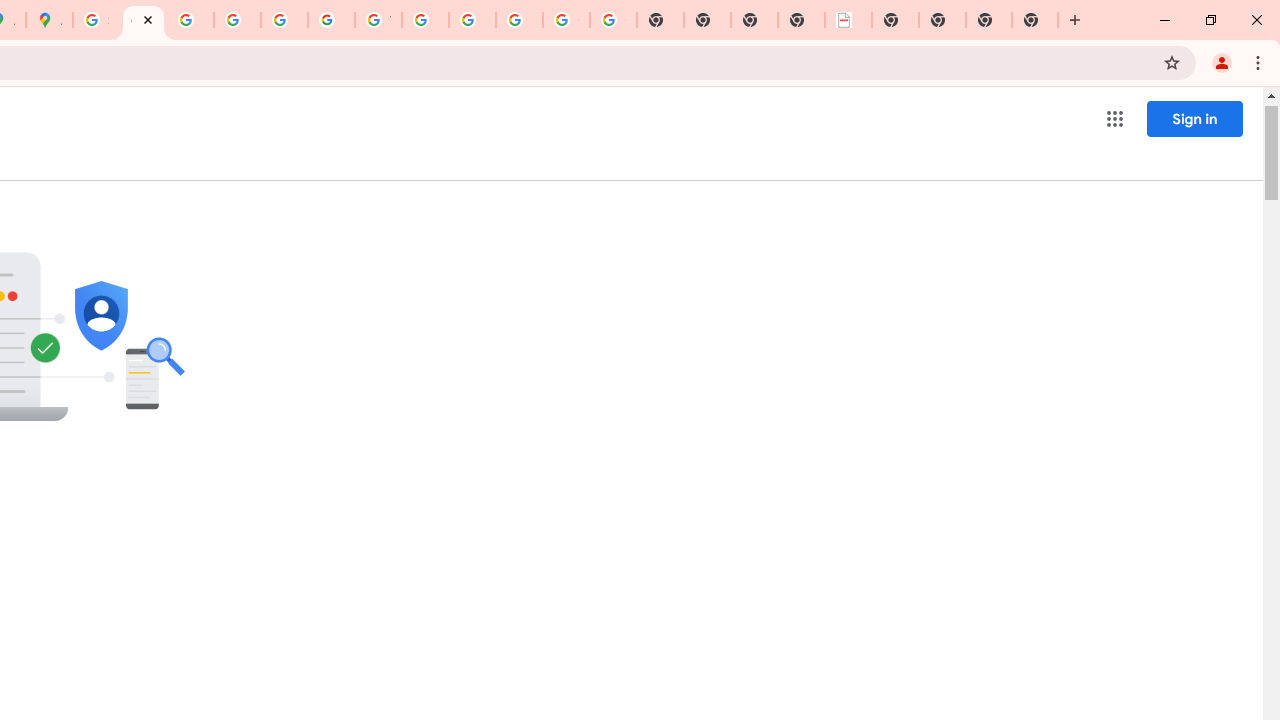  What do you see at coordinates (848, 20) in the screenshot?
I see `'LAAD Defence & Security 2025 | BAE Systems'` at bounding box center [848, 20].